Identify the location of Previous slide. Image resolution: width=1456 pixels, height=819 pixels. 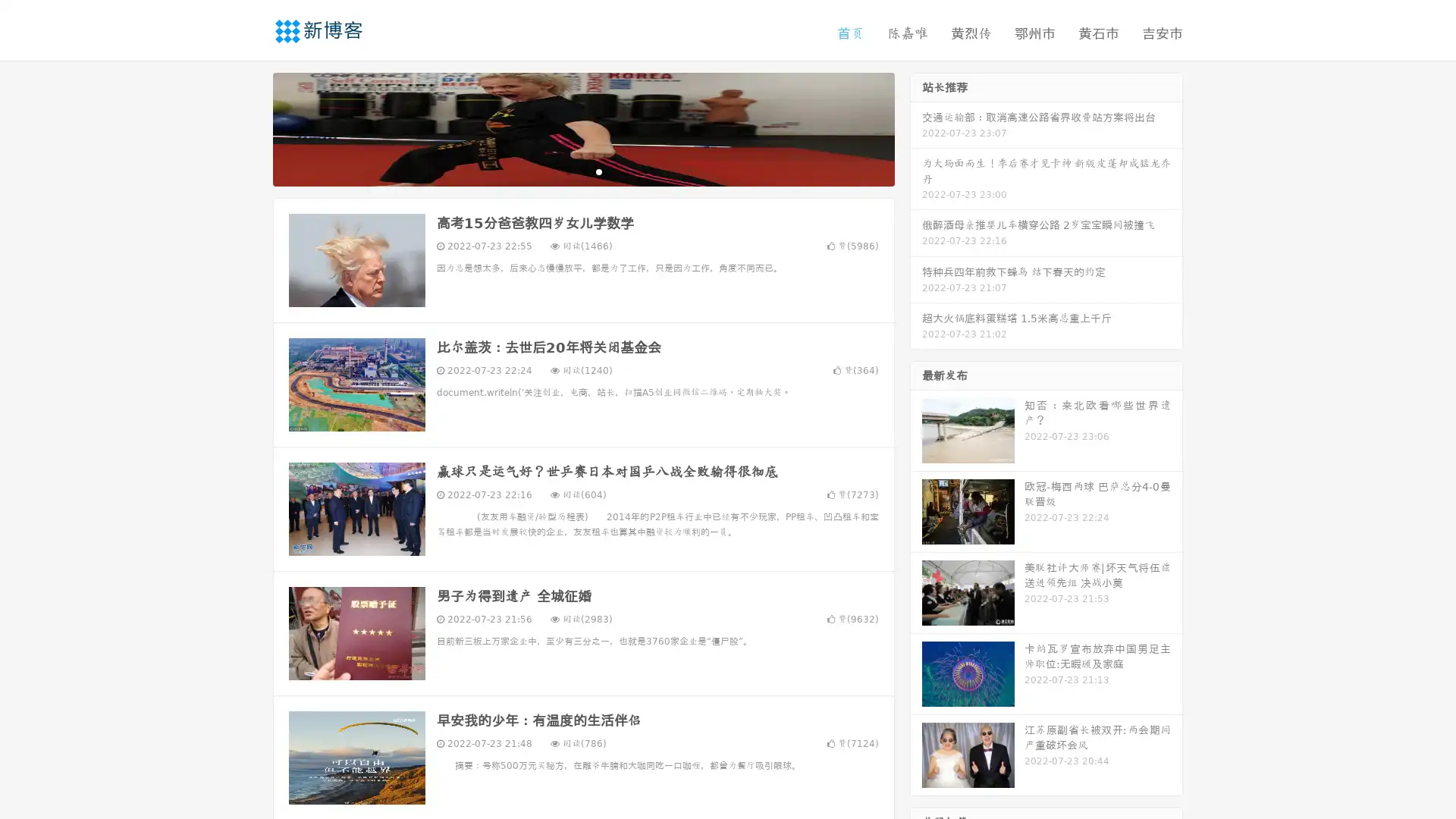
(250, 127).